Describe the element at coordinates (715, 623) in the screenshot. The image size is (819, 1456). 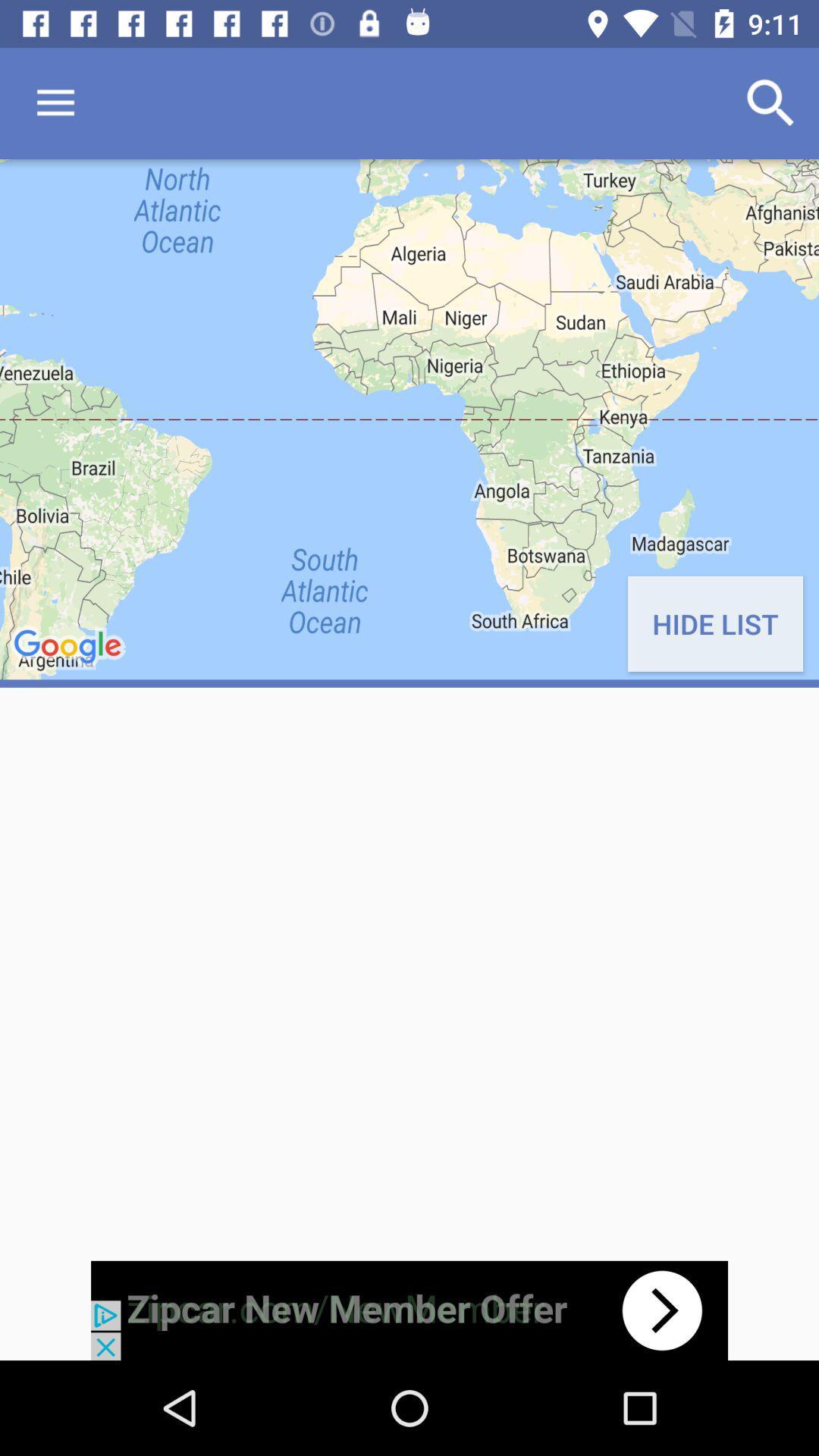
I see `the hide list on the right` at that location.